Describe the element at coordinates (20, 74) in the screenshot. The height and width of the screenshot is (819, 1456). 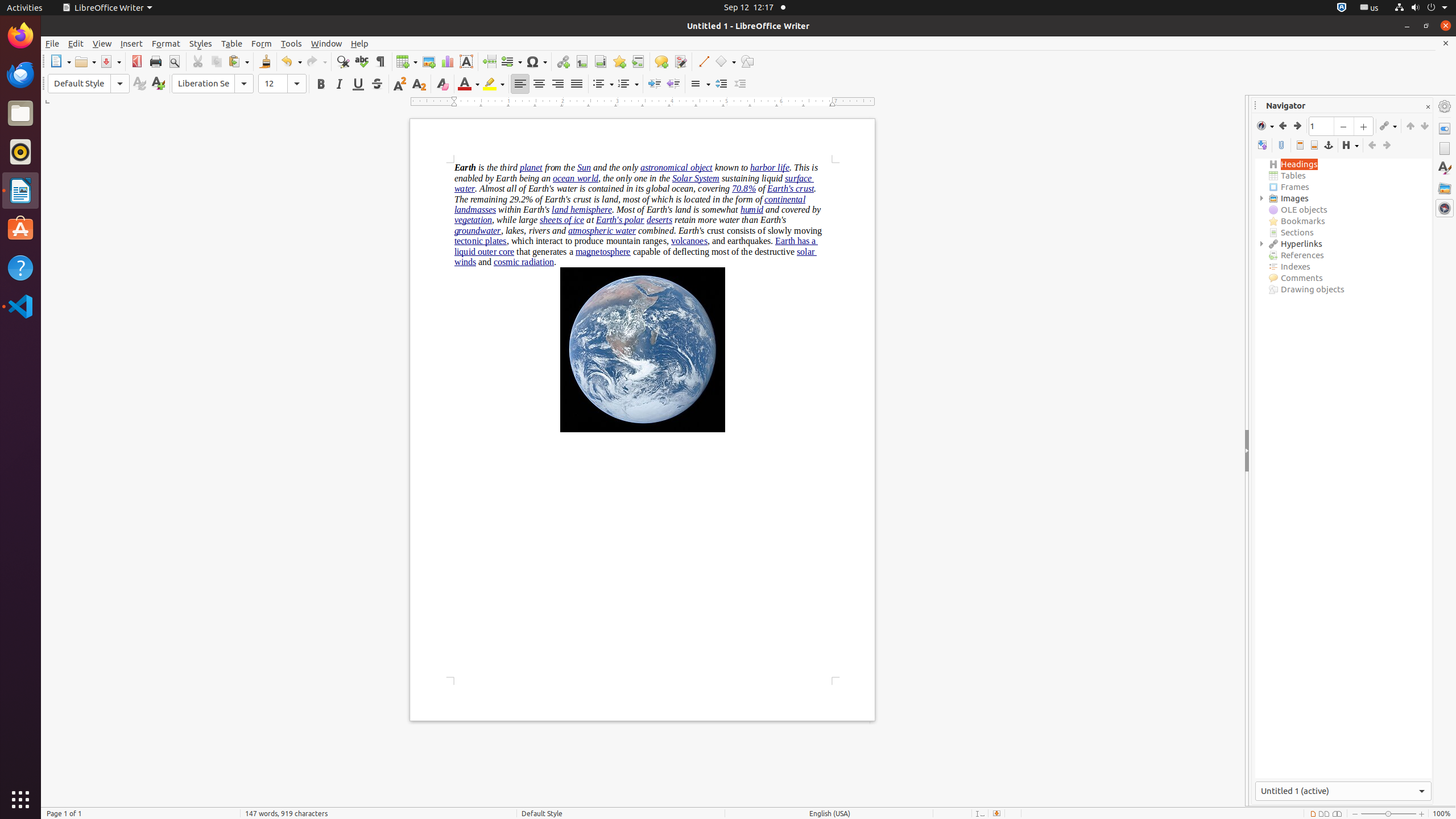
I see `'Thunderbird Mail'` at that location.